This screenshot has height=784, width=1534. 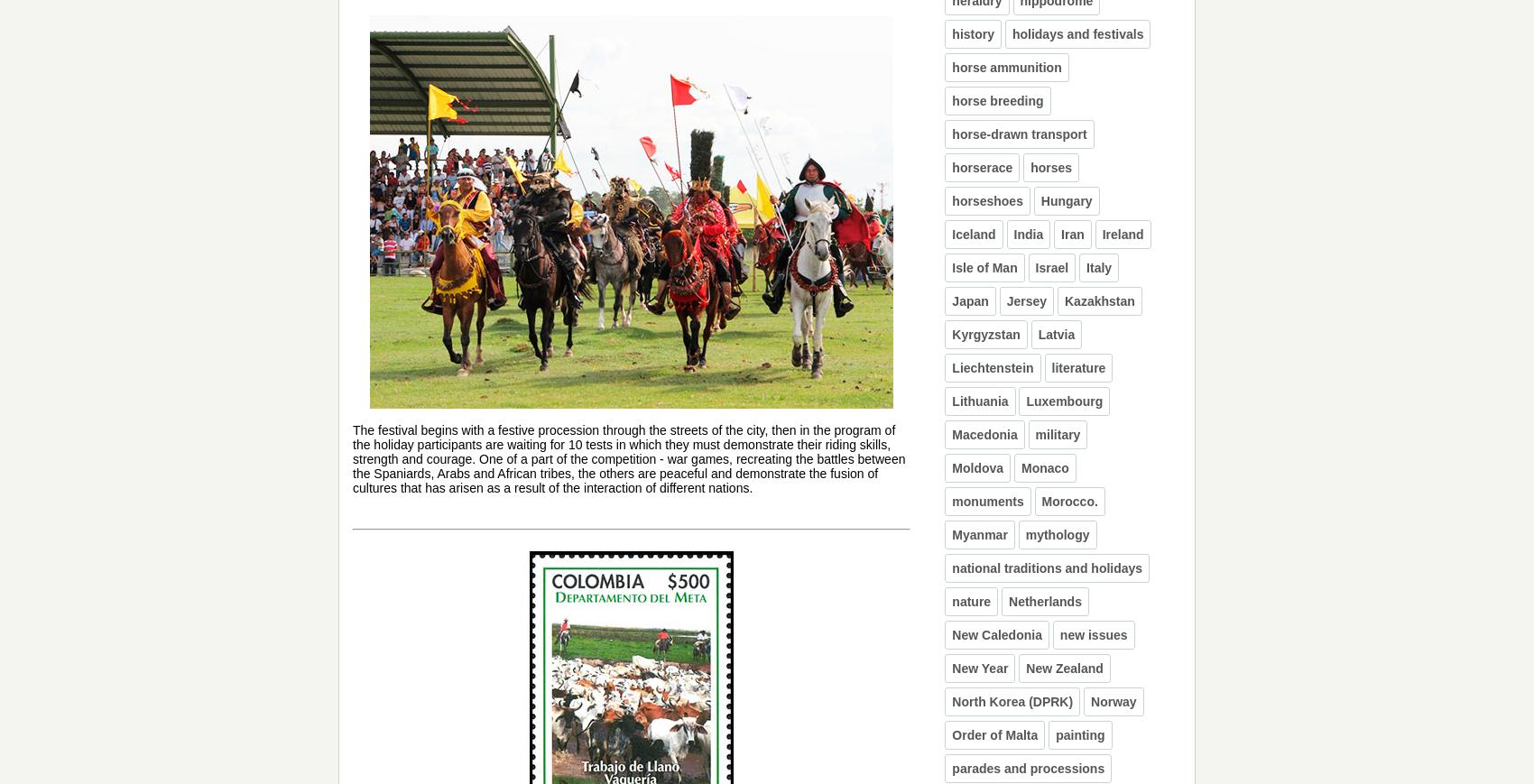 I want to click on 'New Zealand', so click(x=1063, y=668).